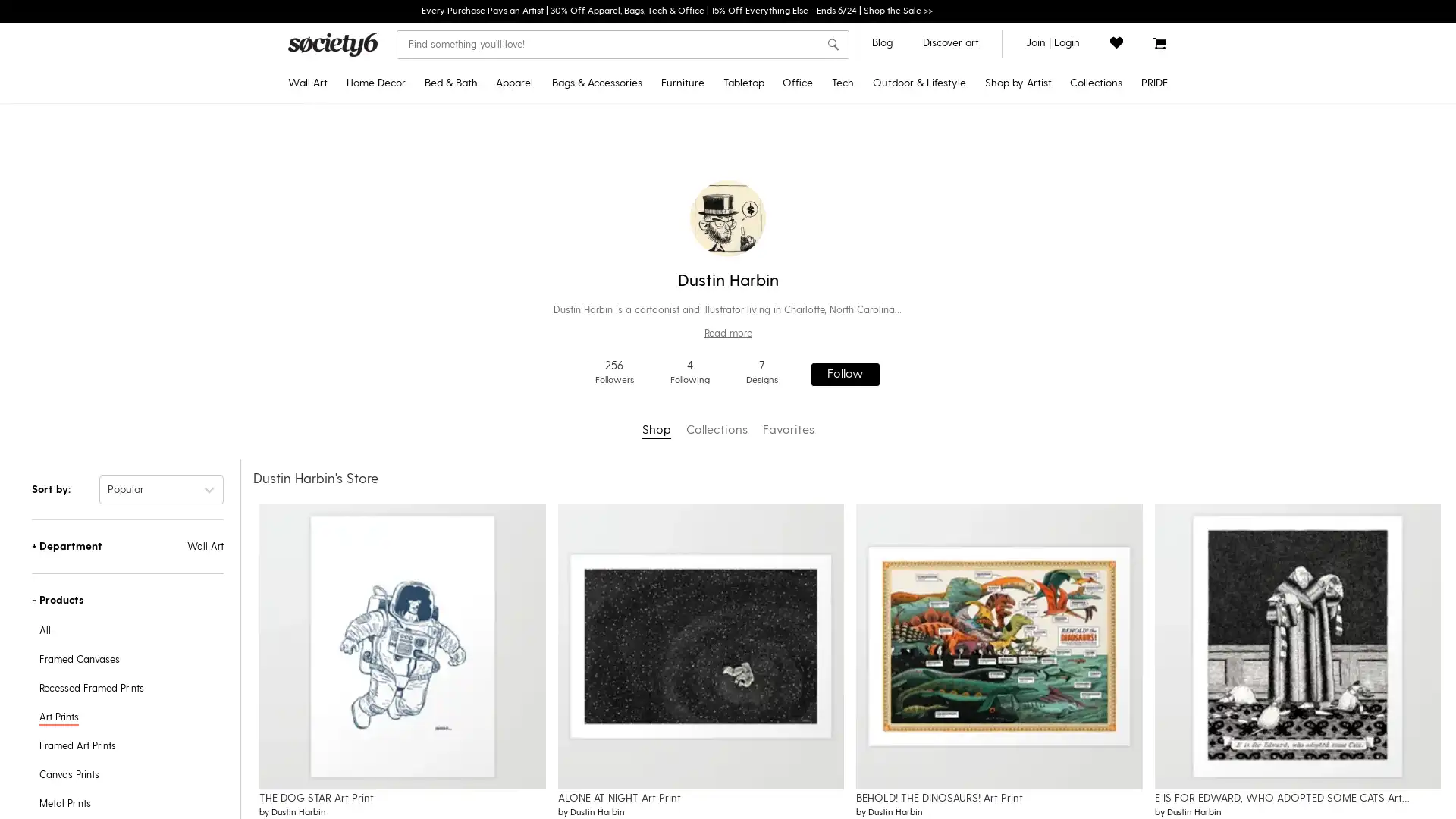  I want to click on Stickers, so click(835, 146).